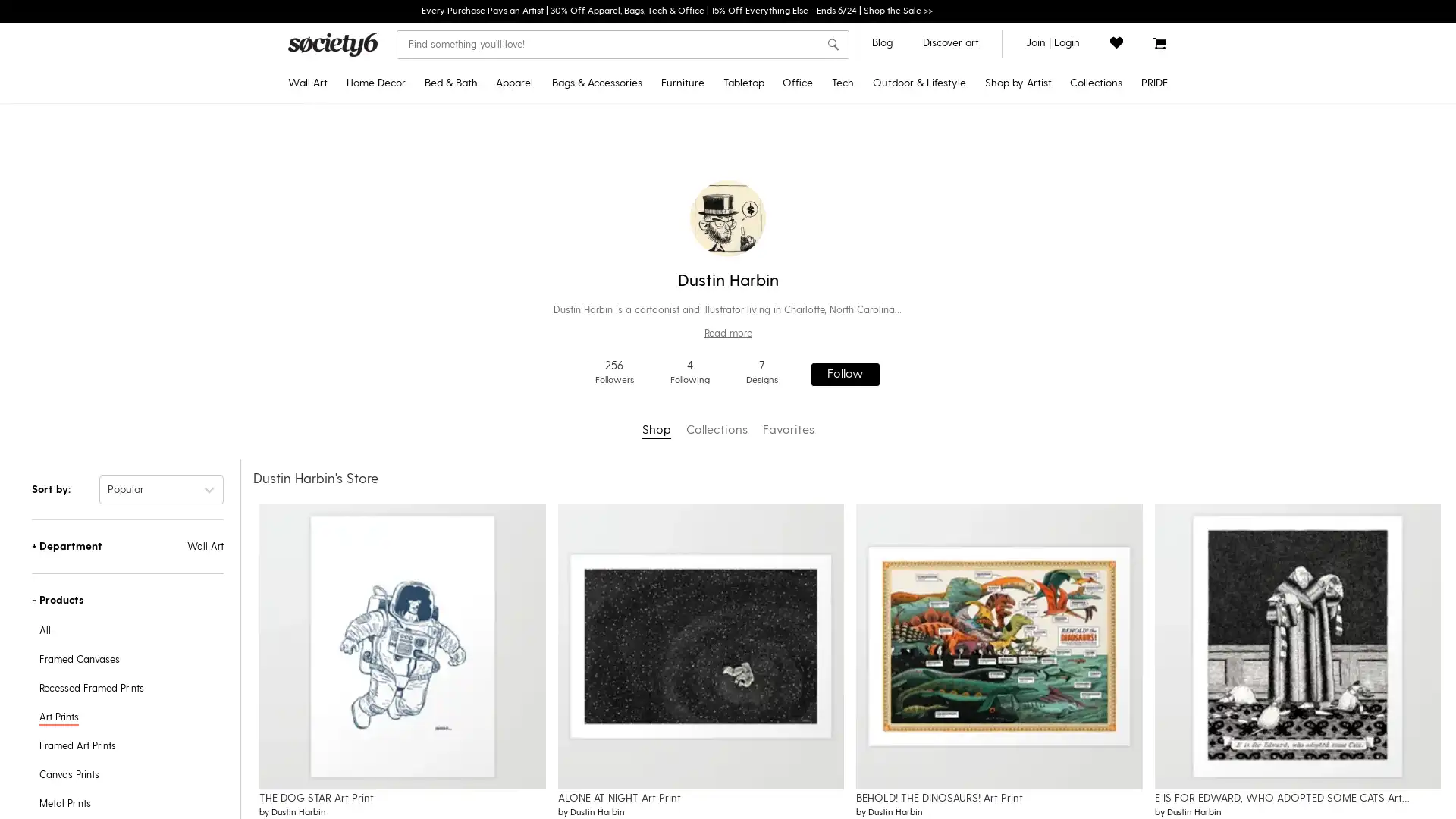  I want to click on Stickers, so click(835, 146).